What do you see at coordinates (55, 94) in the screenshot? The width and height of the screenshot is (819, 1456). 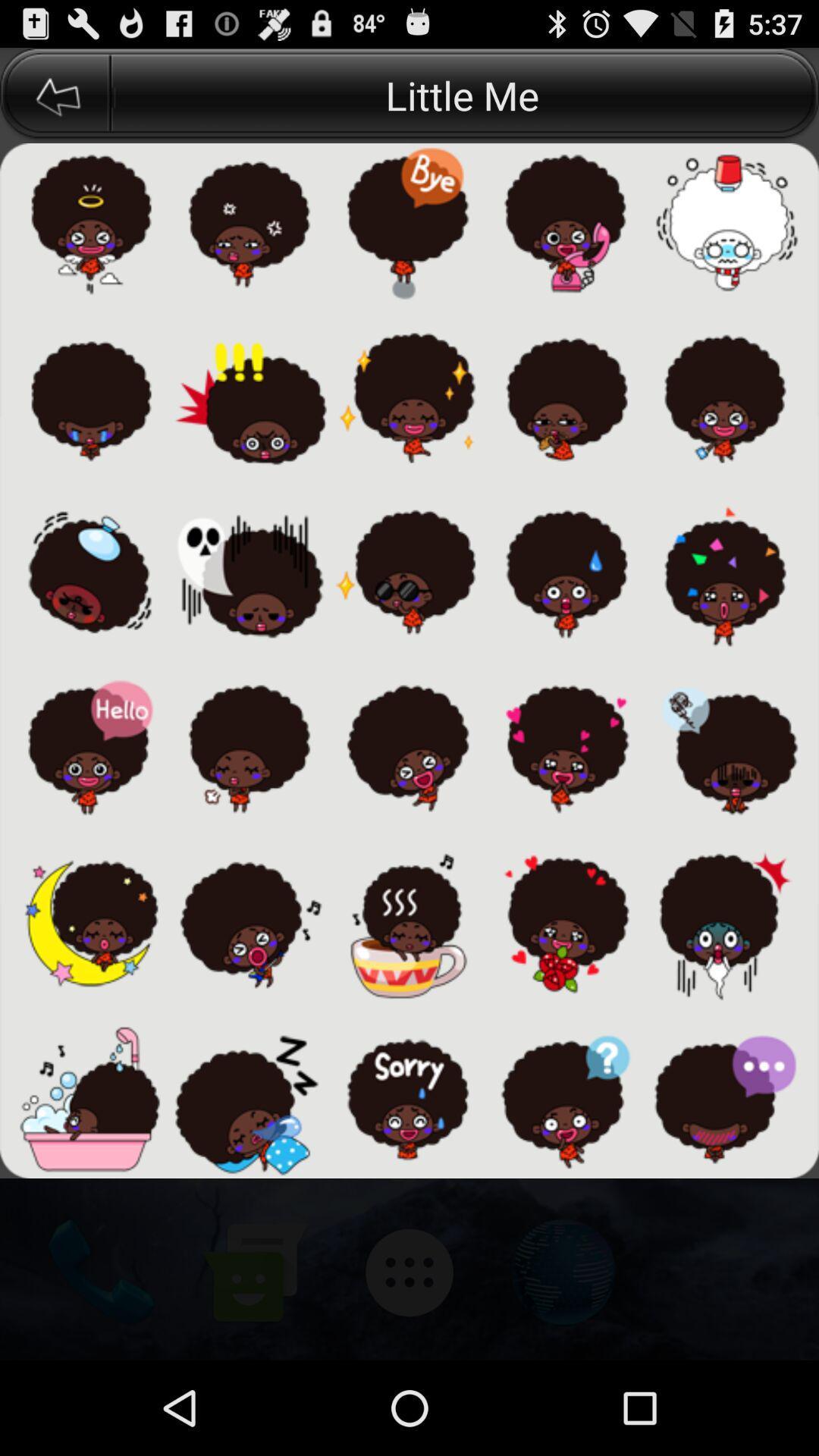 I see `the button to the left of little me button` at bounding box center [55, 94].